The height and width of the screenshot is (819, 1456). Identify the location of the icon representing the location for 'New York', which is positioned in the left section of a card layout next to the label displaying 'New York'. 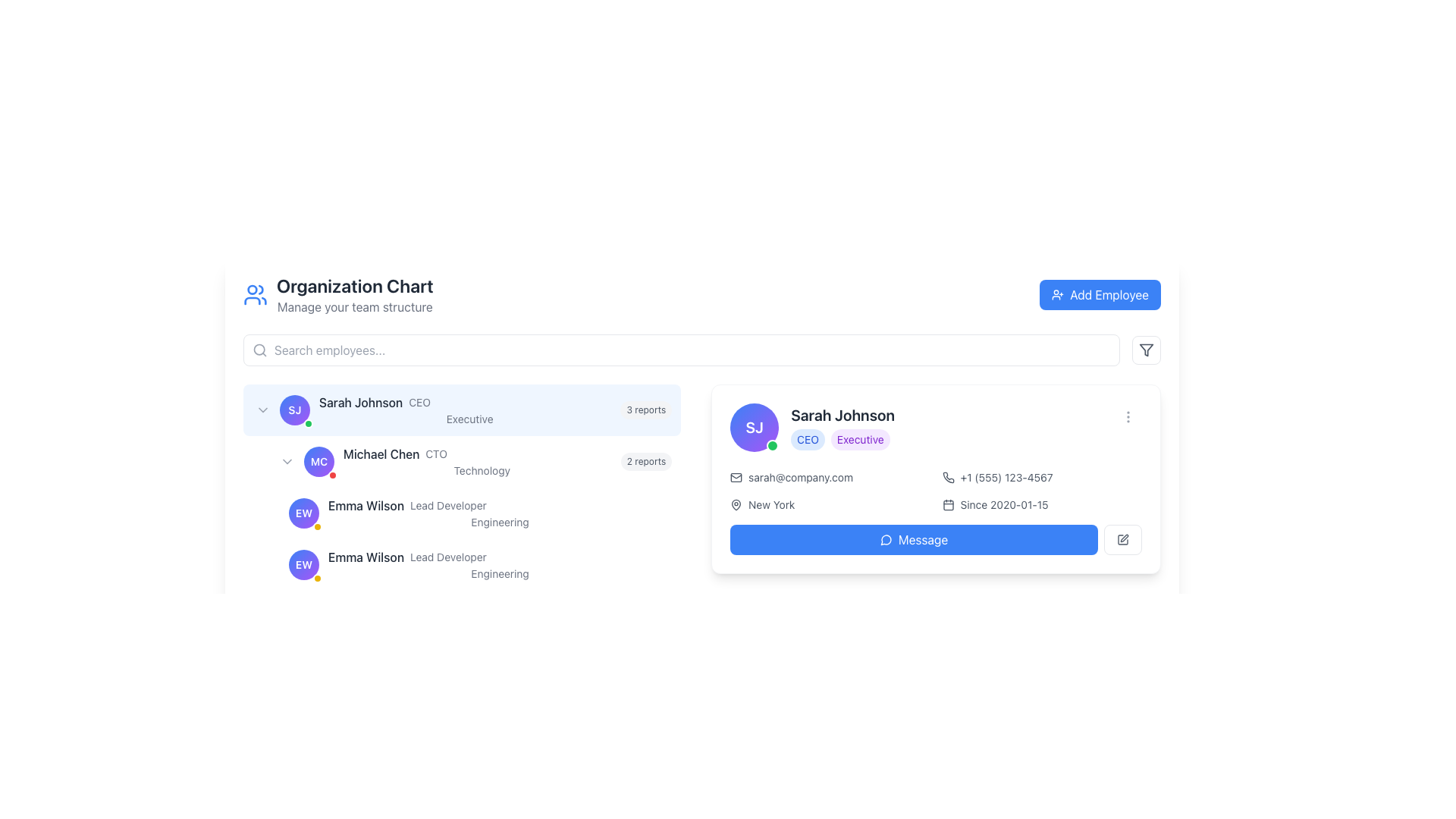
(736, 505).